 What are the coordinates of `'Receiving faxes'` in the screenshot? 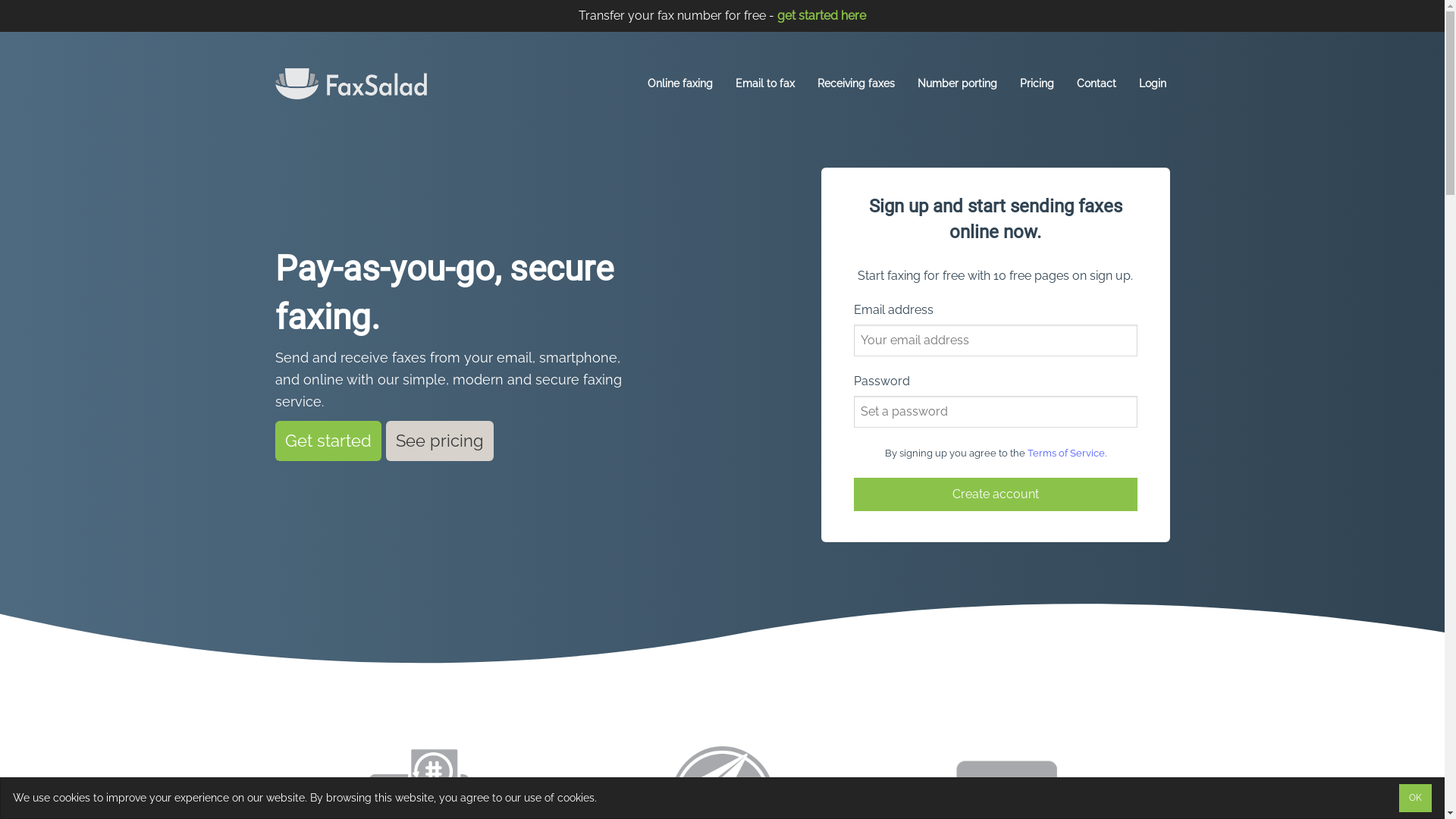 It's located at (855, 83).